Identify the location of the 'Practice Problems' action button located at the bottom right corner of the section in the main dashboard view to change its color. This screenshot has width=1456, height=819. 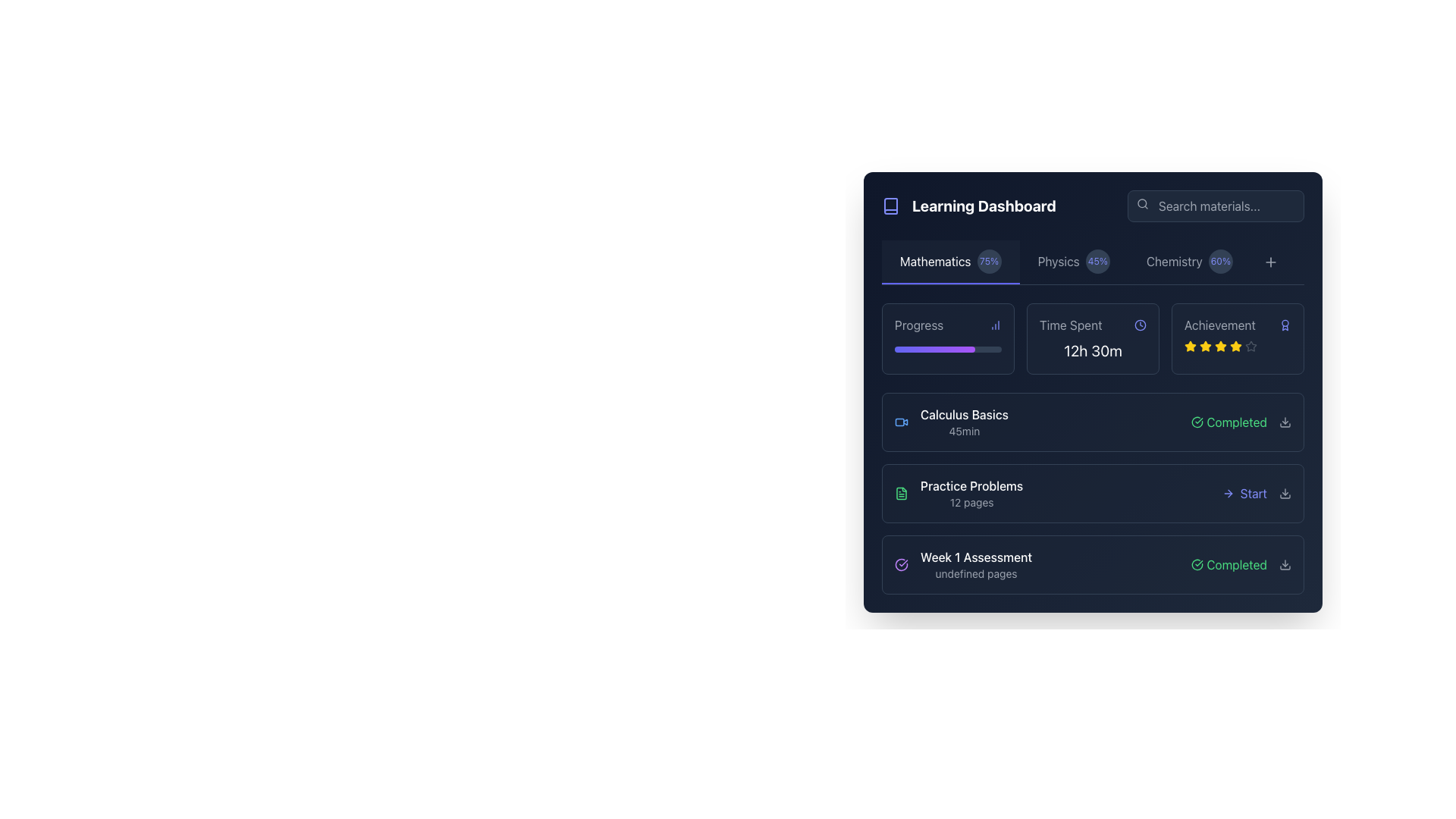
(1257, 494).